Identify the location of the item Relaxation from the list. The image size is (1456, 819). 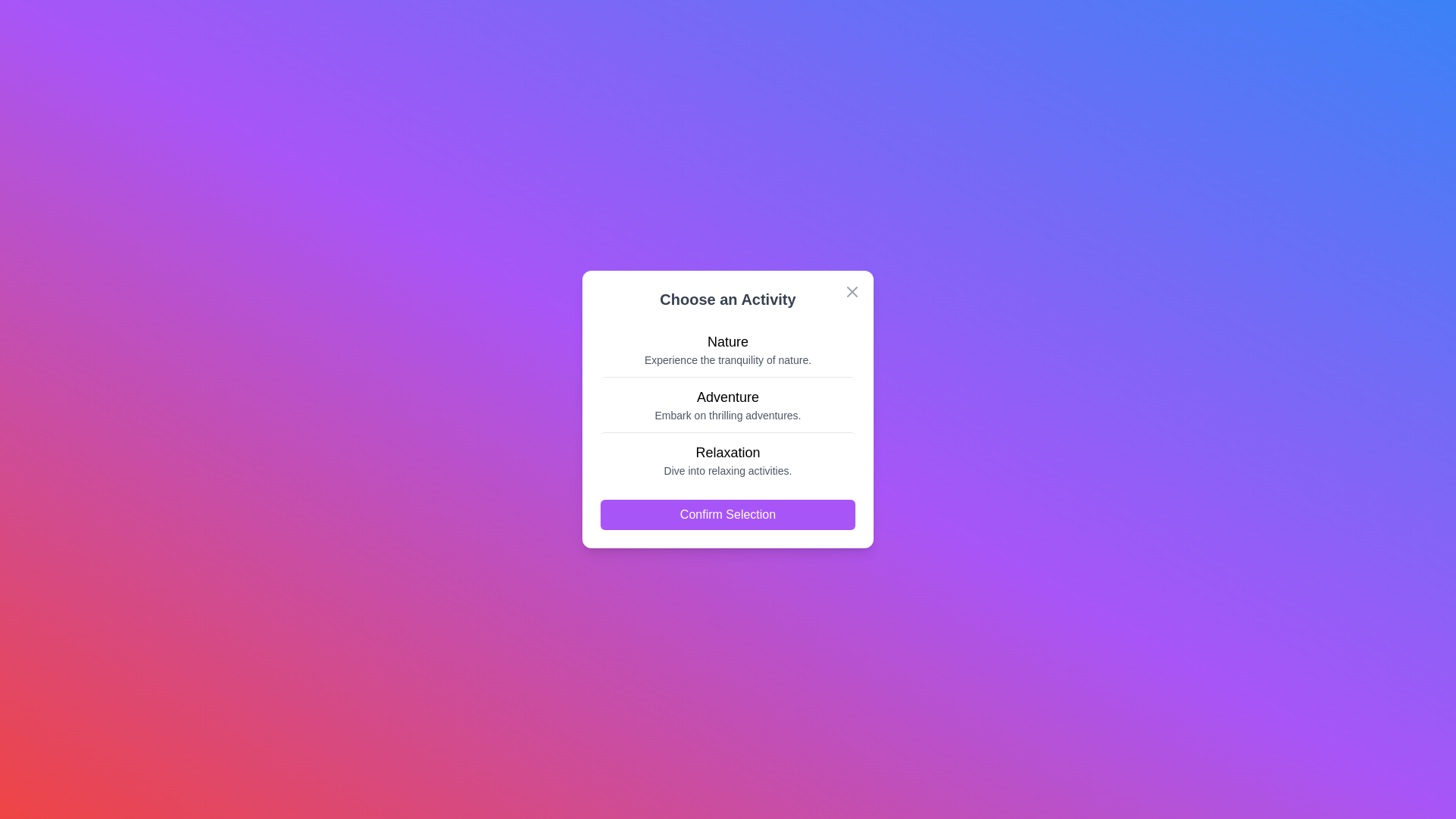
(728, 458).